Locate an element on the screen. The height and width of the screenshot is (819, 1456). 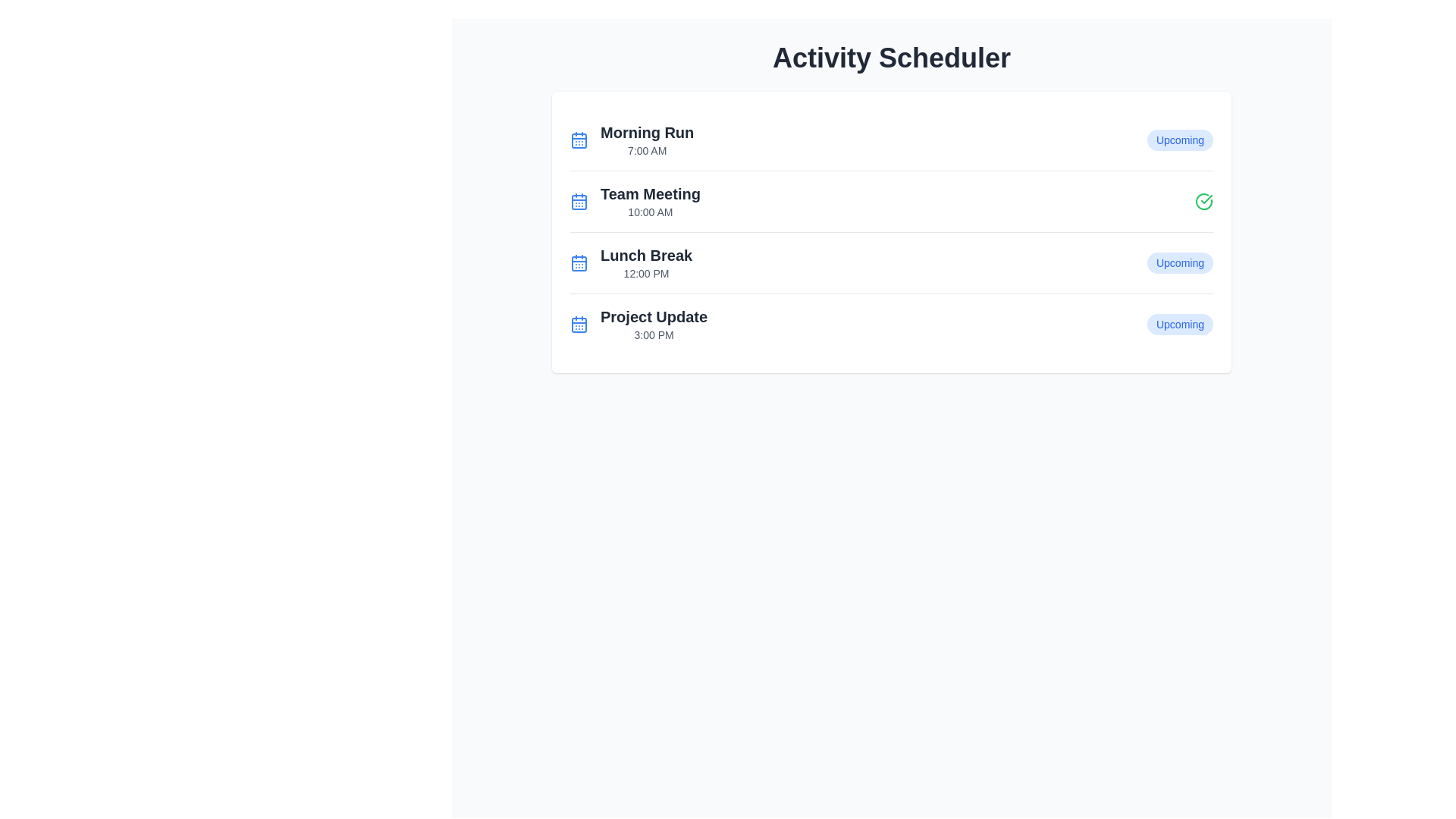
the label displaying 'Upcoming' in blue text on a light blue background, located at the top-right of the 'Morning Run' event list is located at coordinates (1179, 140).